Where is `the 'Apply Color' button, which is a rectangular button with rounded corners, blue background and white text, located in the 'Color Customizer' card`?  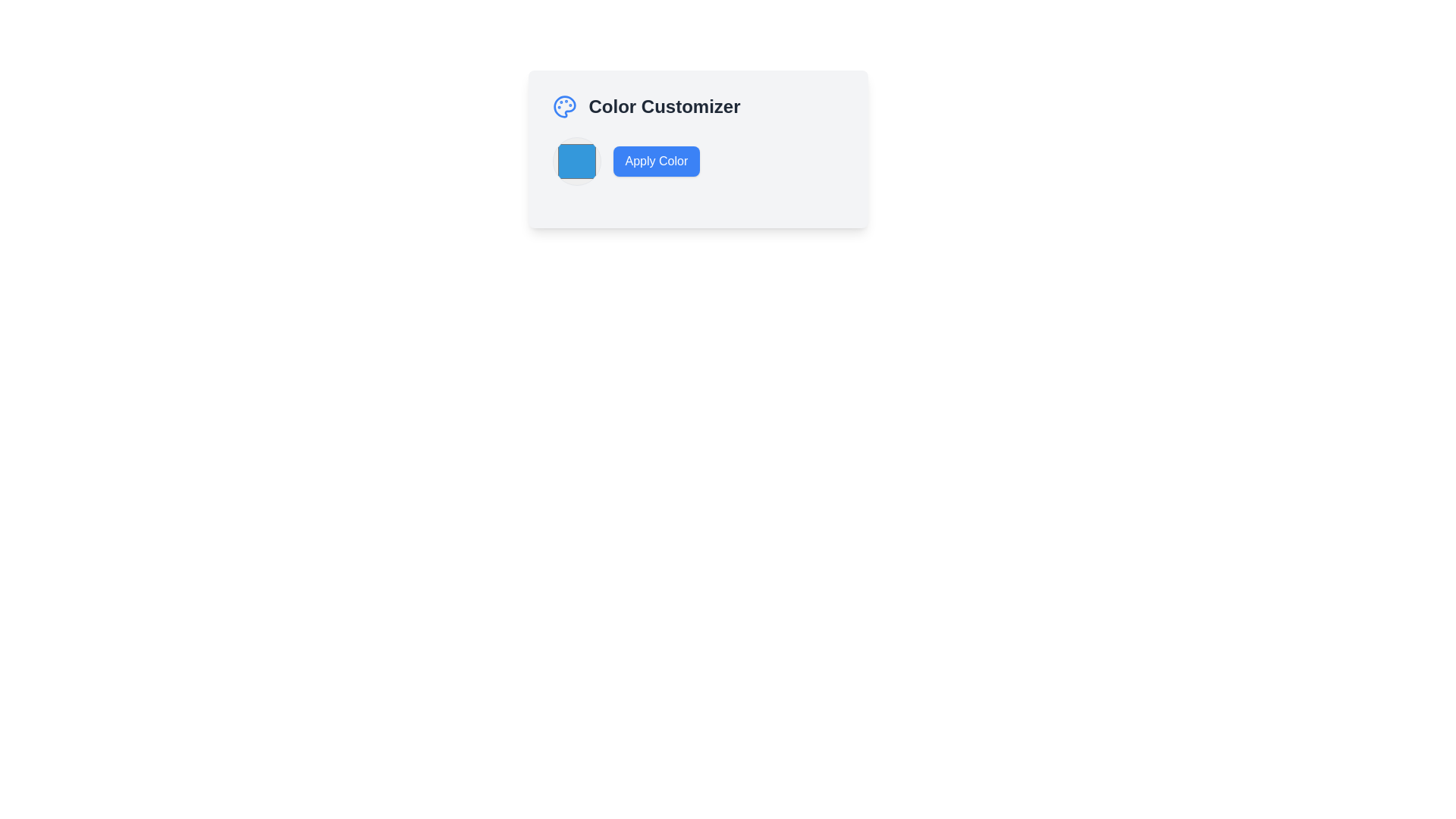 the 'Apply Color' button, which is a rectangular button with rounded corners, blue background and white text, located in the 'Color Customizer' card is located at coordinates (656, 161).